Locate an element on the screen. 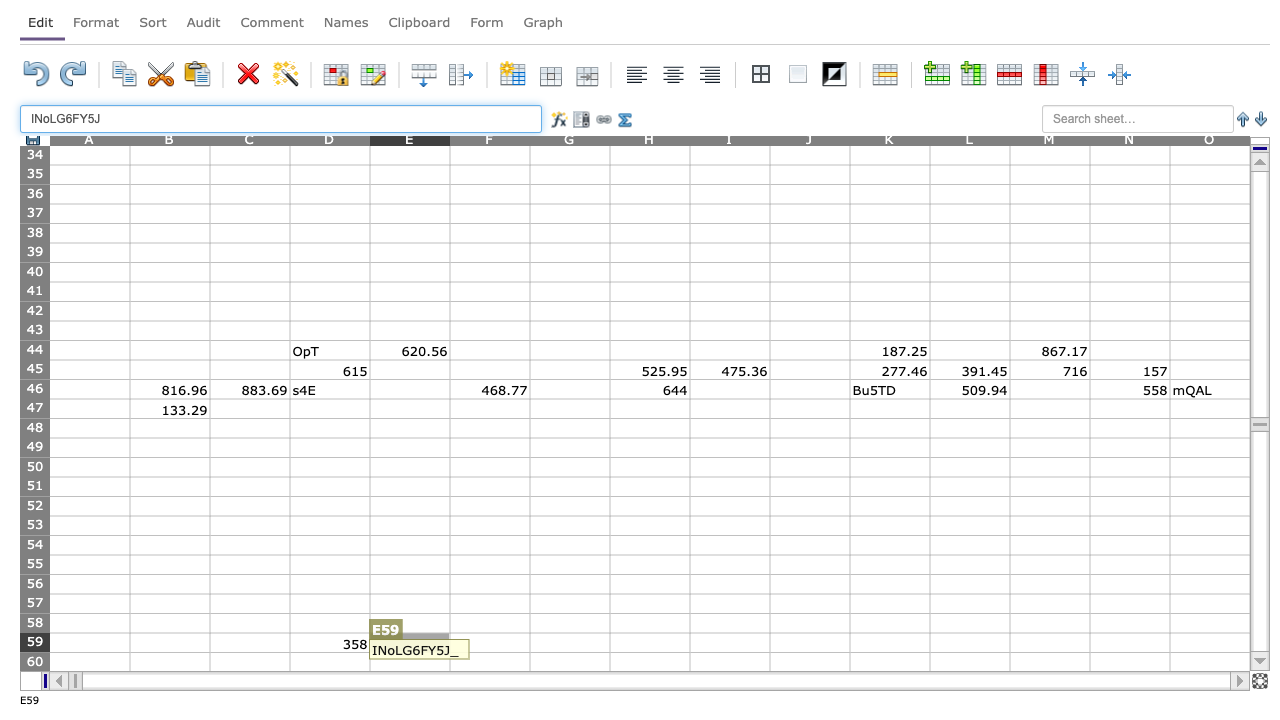  Bottom right corner of cell H-59 is located at coordinates (690, 652).